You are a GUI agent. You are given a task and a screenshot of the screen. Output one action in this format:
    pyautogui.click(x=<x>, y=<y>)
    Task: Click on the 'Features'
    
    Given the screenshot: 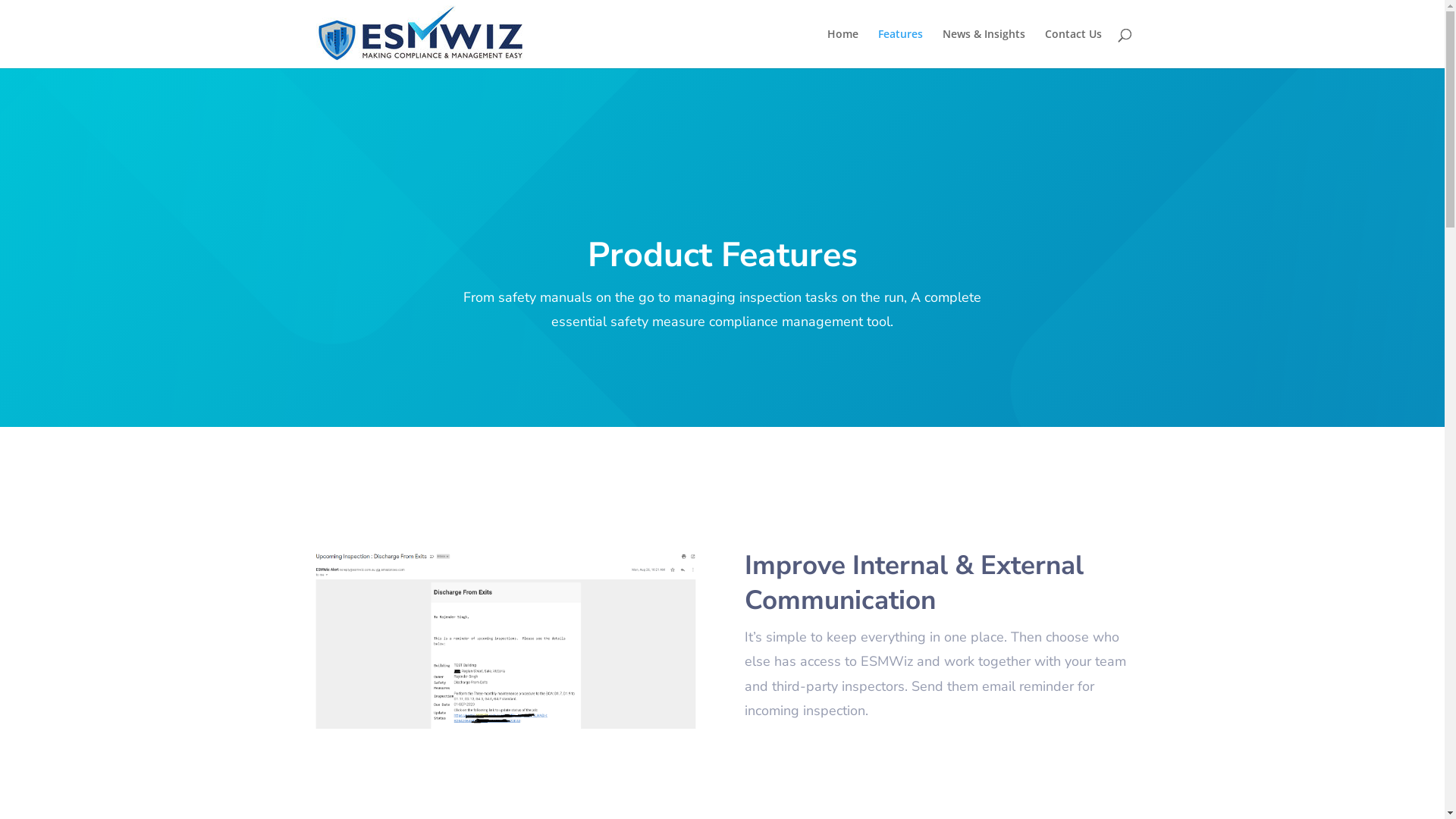 What is the action you would take?
    pyautogui.click(x=900, y=48)
    